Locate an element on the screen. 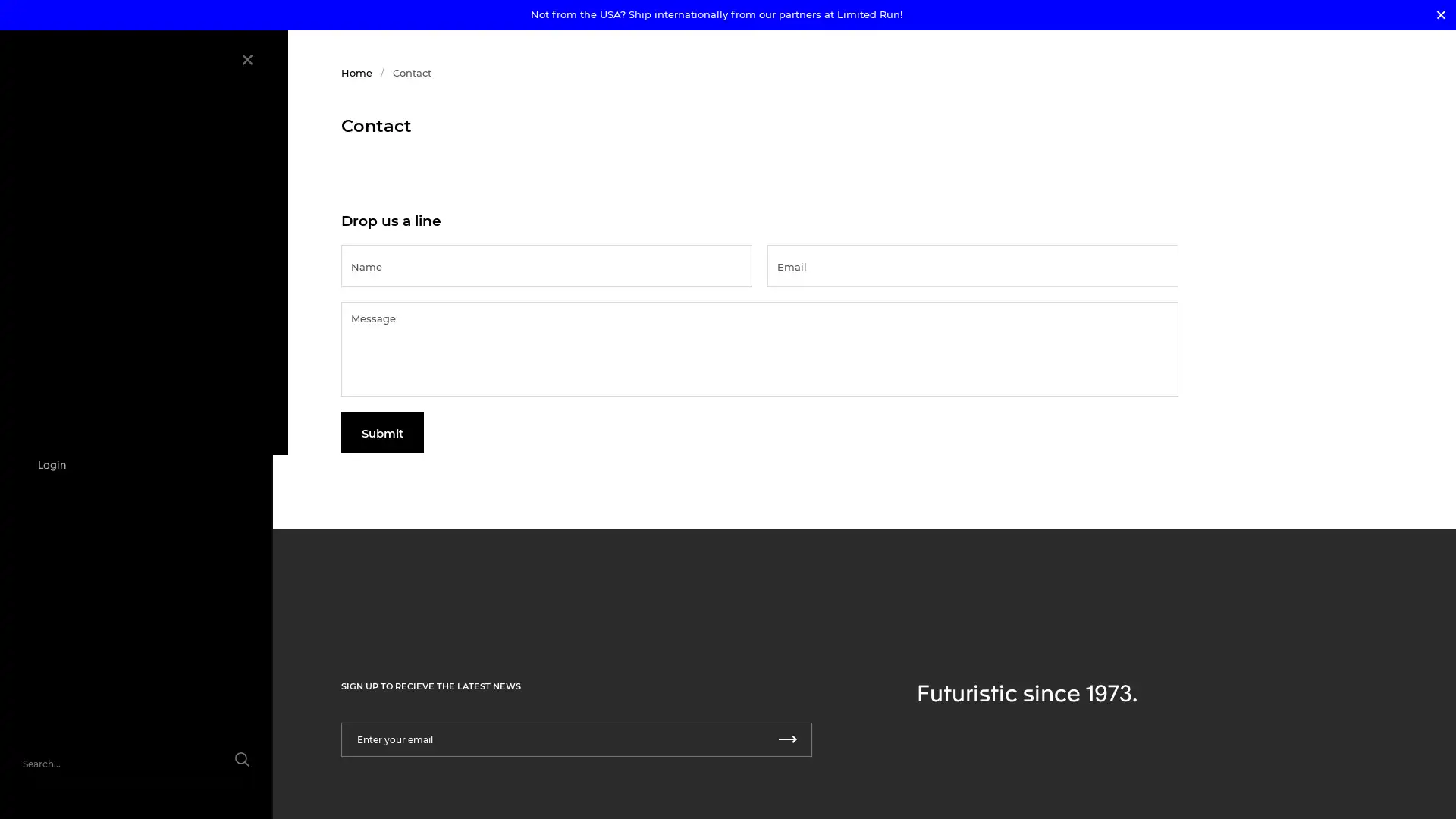  Submit is located at coordinates (225, 768).